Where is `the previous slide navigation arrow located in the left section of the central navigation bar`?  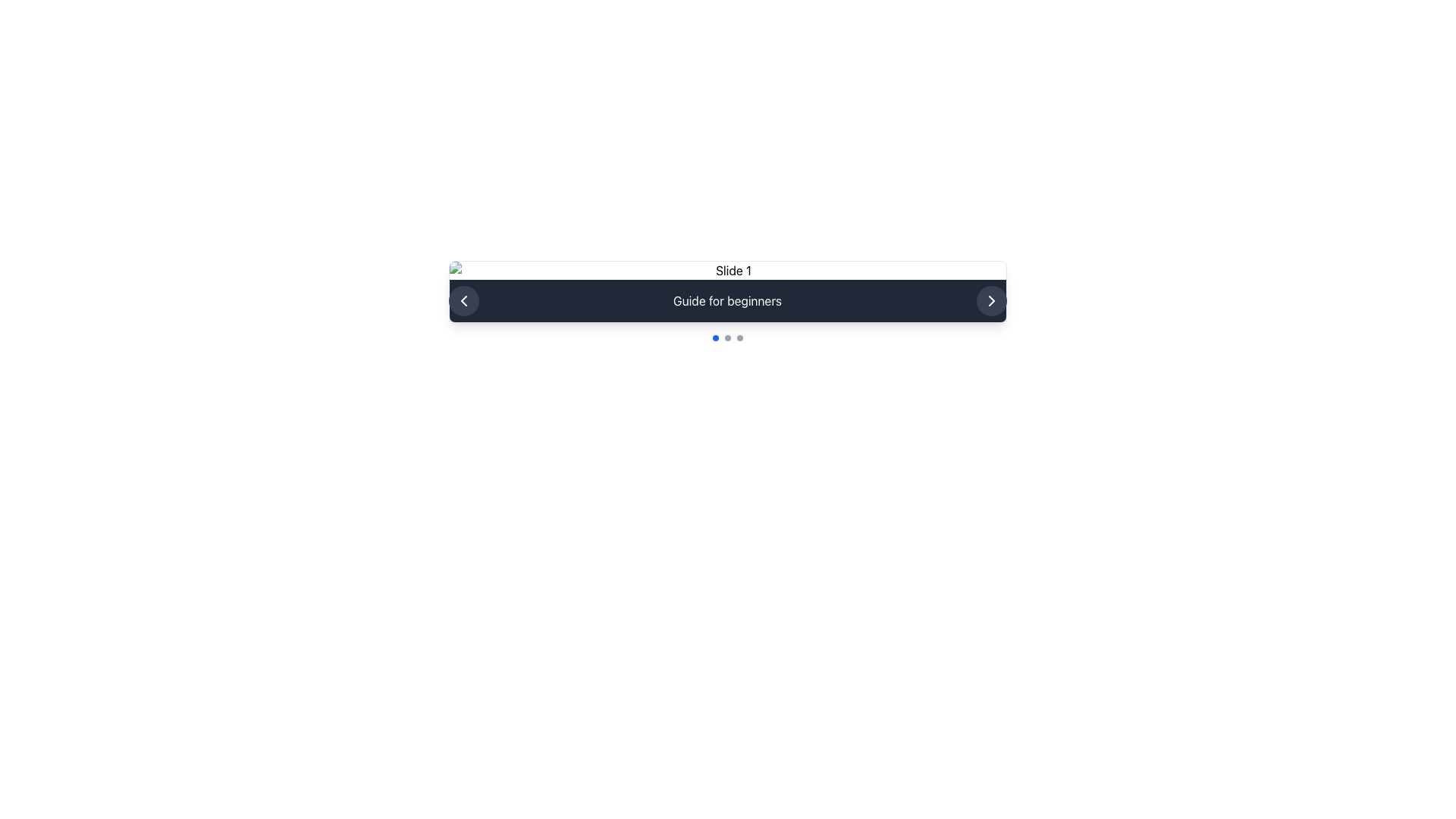
the previous slide navigation arrow located in the left section of the central navigation bar is located at coordinates (463, 301).